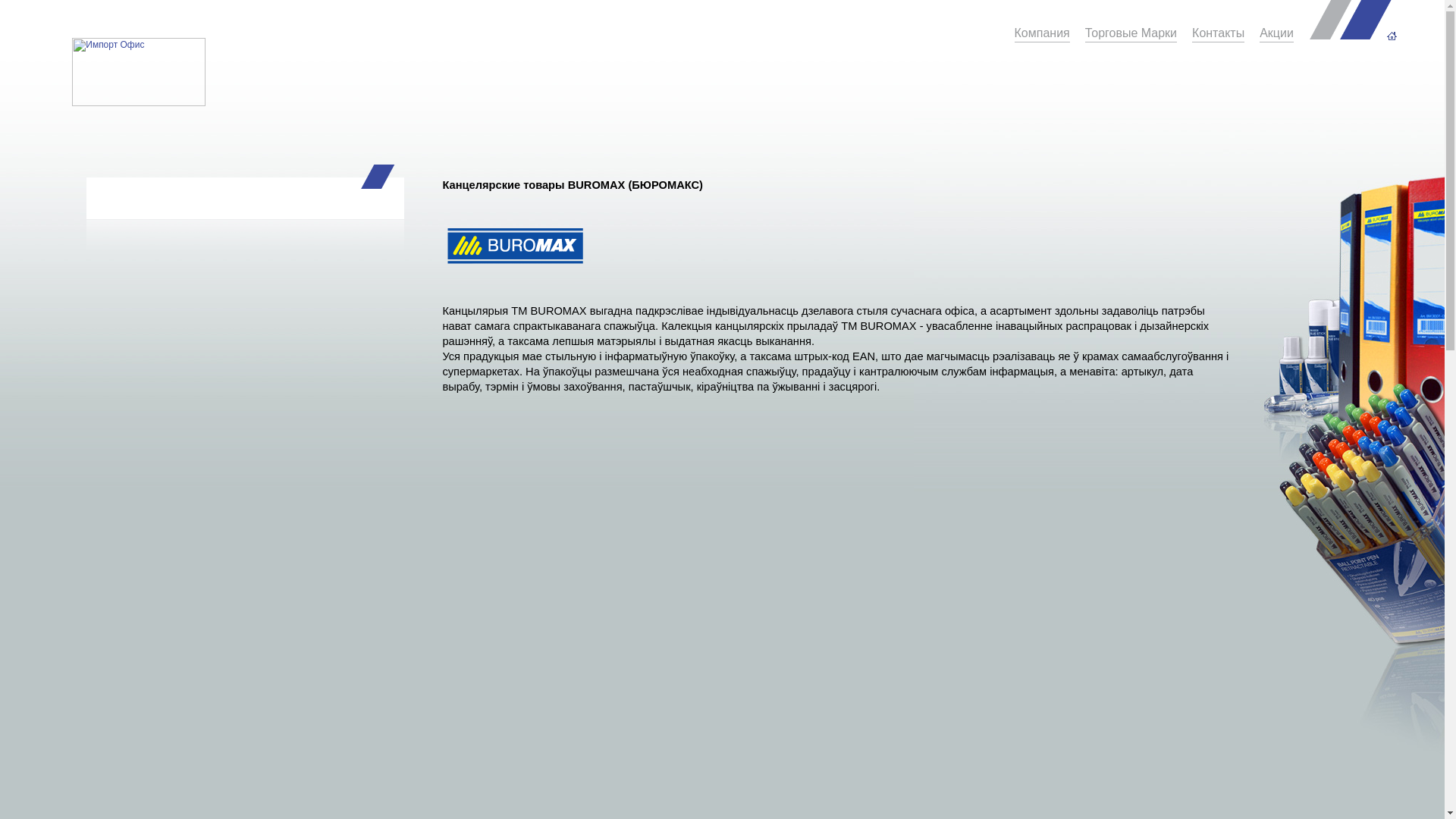  What do you see at coordinates (514, 247) in the screenshot?
I see `'BUROMAX'` at bounding box center [514, 247].